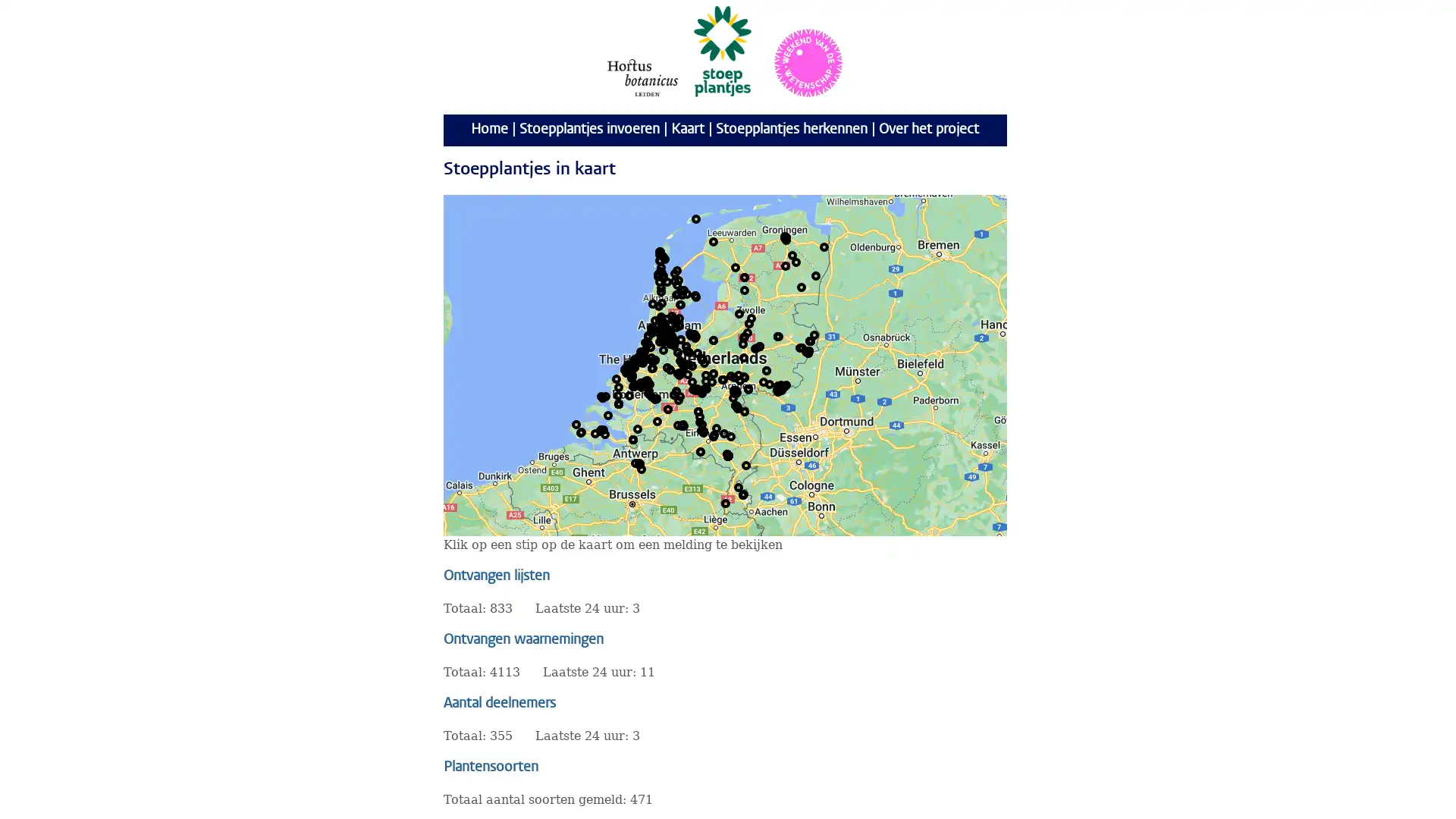 The height and width of the screenshot is (819, 1456). What do you see at coordinates (673, 341) in the screenshot?
I see `Telling van op 04 juni 2022` at bounding box center [673, 341].